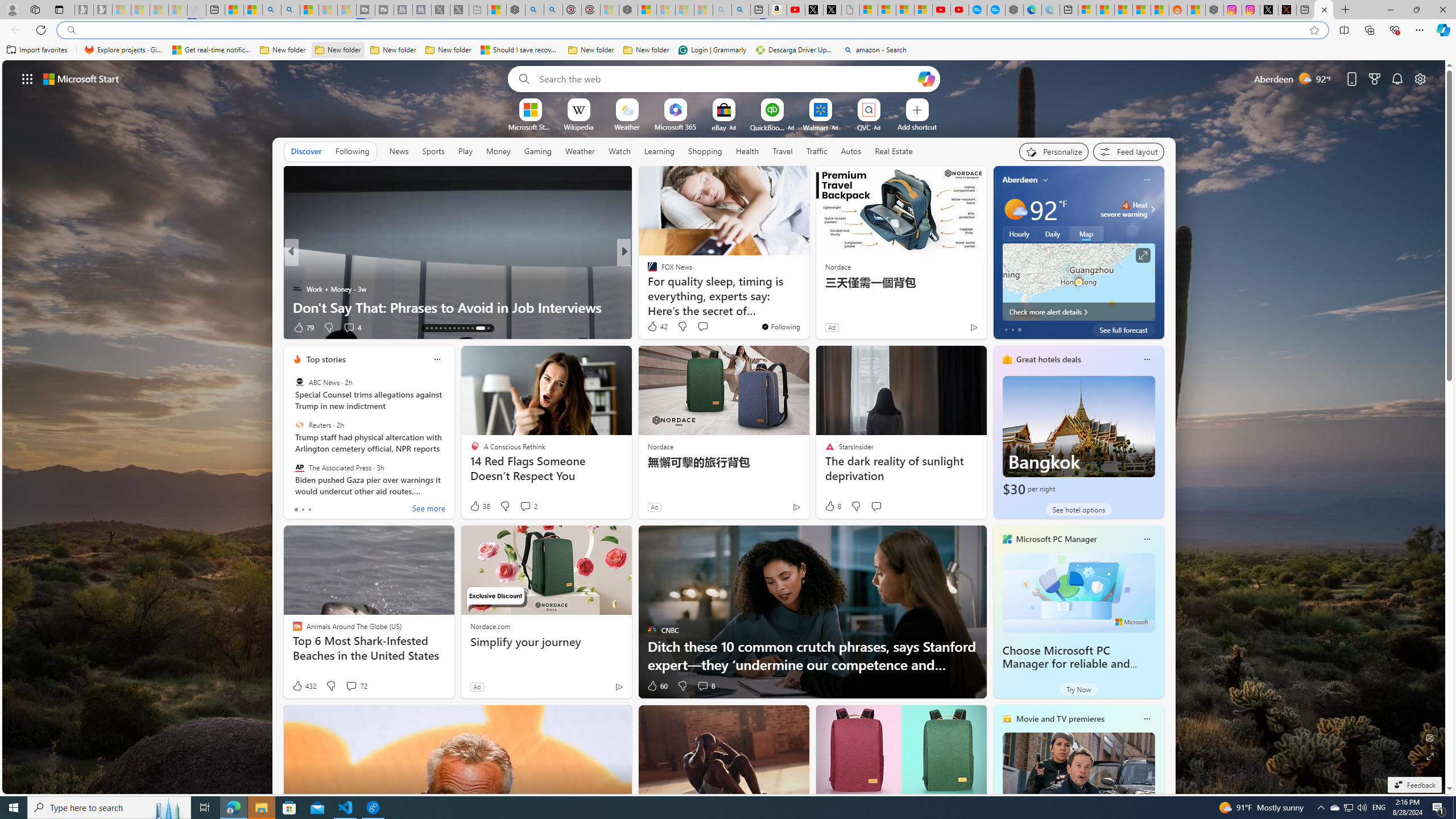 The image size is (1456, 819). Describe the element at coordinates (37, 49) in the screenshot. I see `'Import favorites'` at that location.